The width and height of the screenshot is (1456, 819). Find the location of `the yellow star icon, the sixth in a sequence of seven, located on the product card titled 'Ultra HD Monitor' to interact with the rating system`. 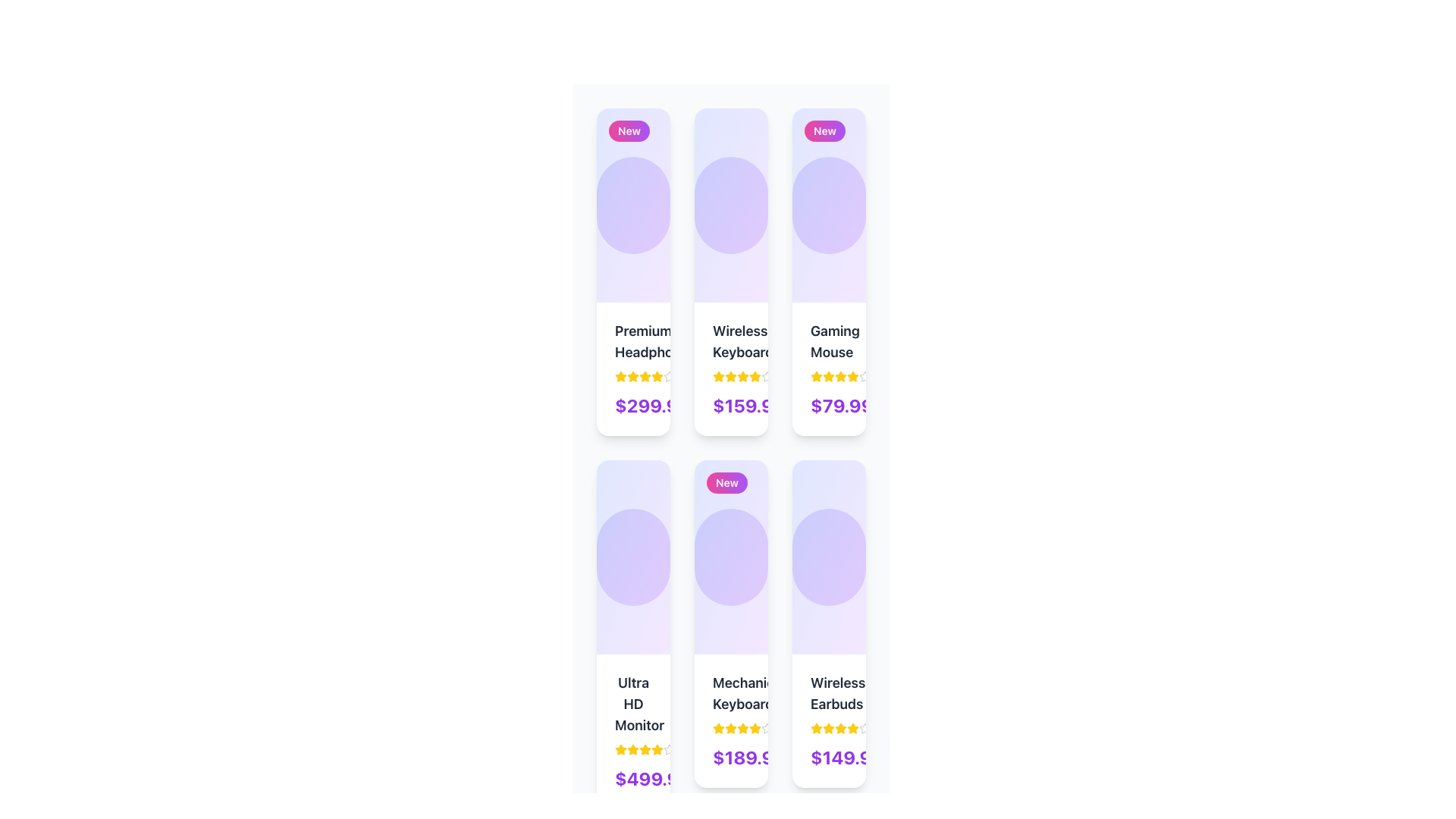

the yellow star icon, the sixth in a sequence of seven, located on the product card titled 'Ultra HD Monitor' to interact with the rating system is located at coordinates (657, 748).